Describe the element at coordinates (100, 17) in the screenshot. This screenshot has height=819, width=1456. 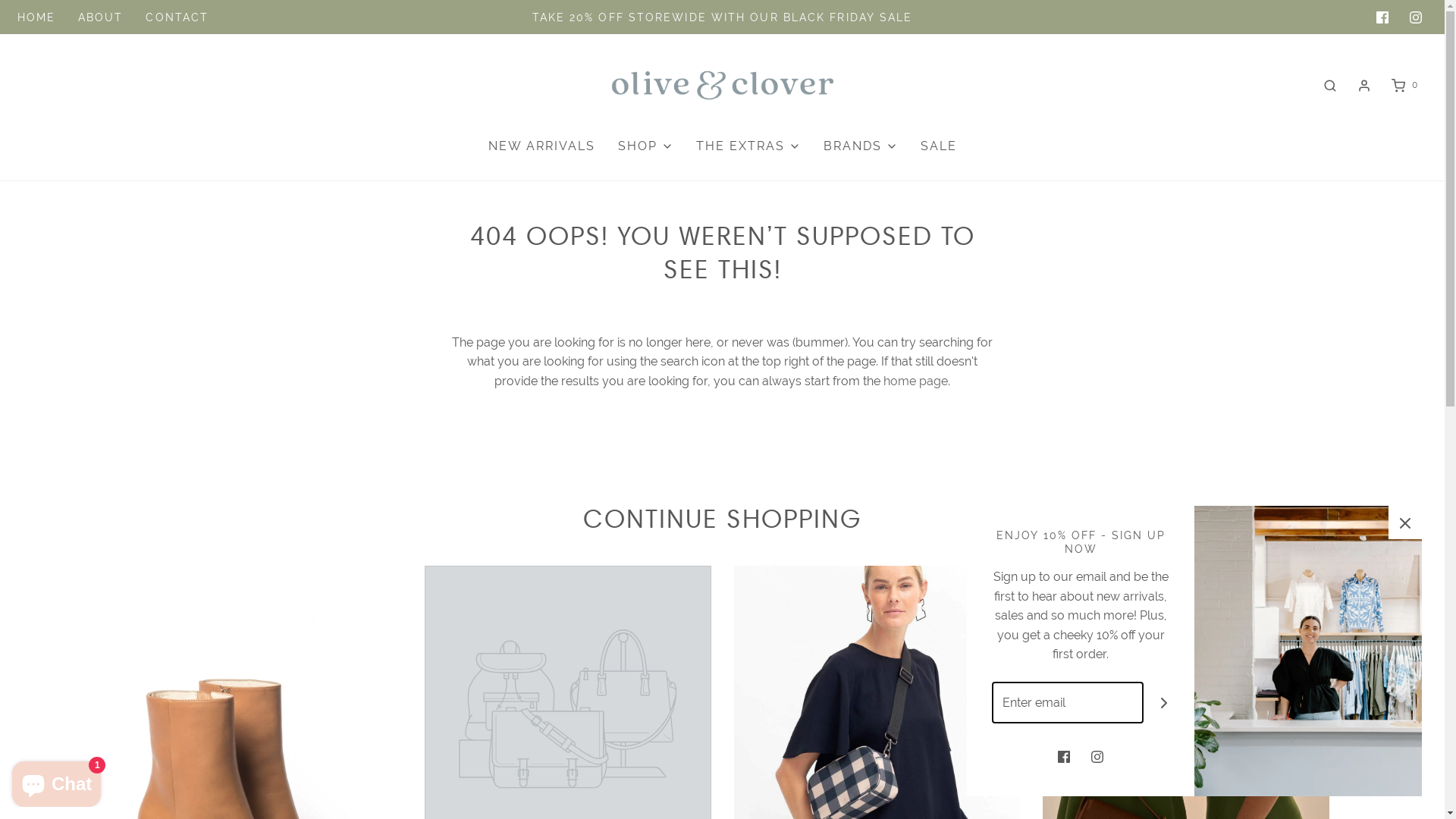
I see `'ABOUT'` at that location.